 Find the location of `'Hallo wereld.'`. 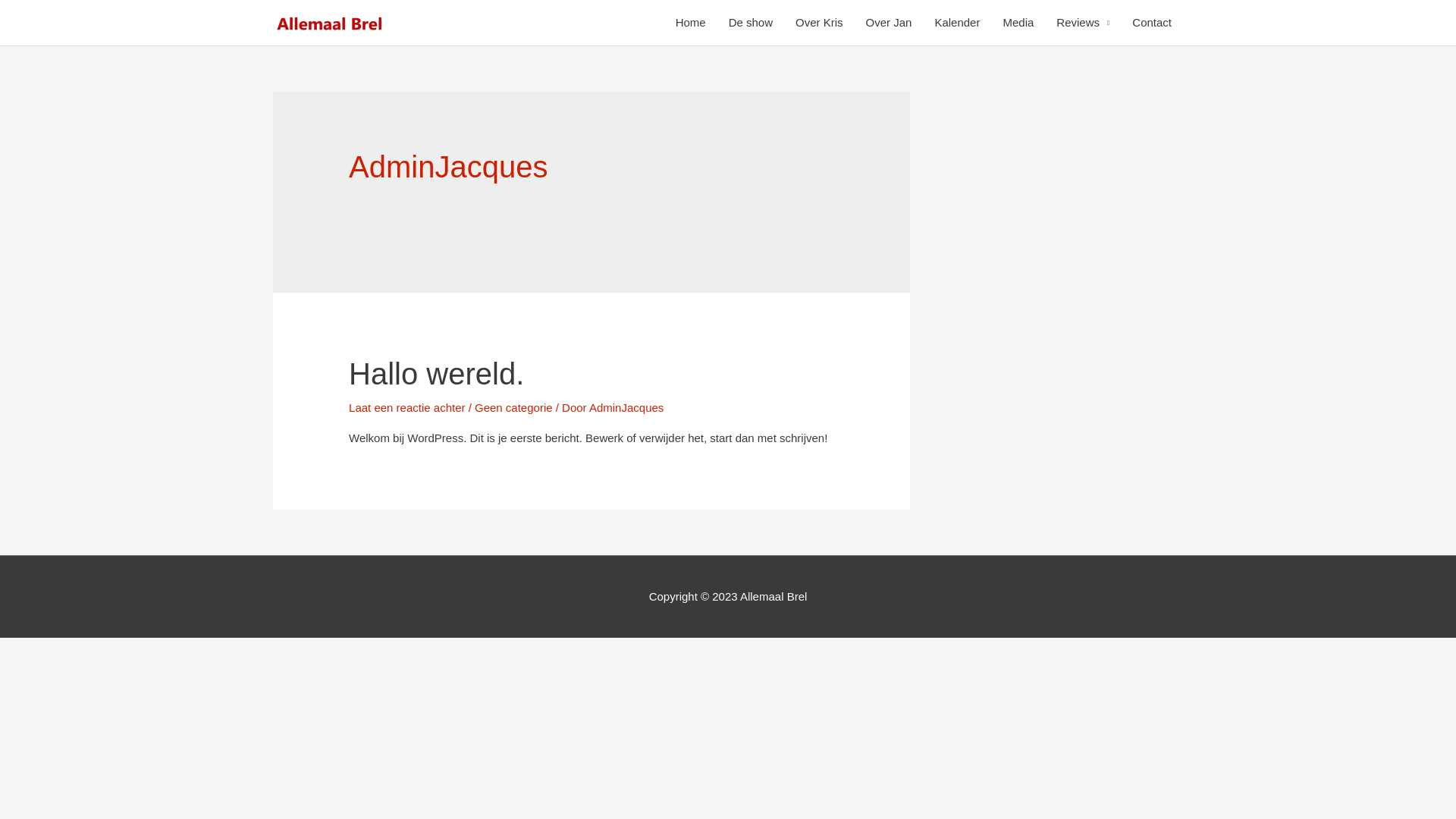

'Hallo wereld.' is located at coordinates (435, 374).